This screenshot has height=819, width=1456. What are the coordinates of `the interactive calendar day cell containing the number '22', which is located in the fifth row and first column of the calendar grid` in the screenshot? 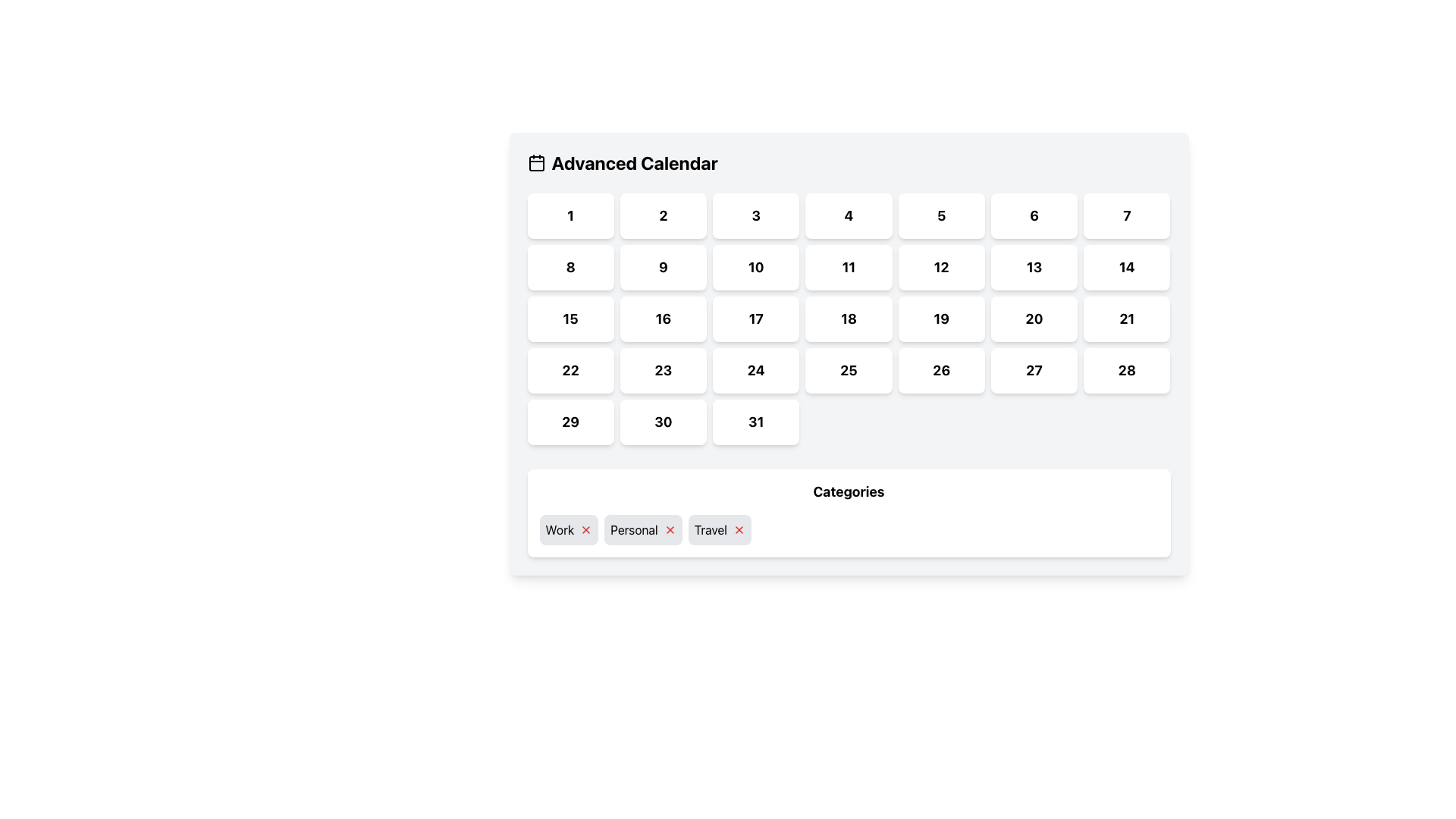 It's located at (570, 371).